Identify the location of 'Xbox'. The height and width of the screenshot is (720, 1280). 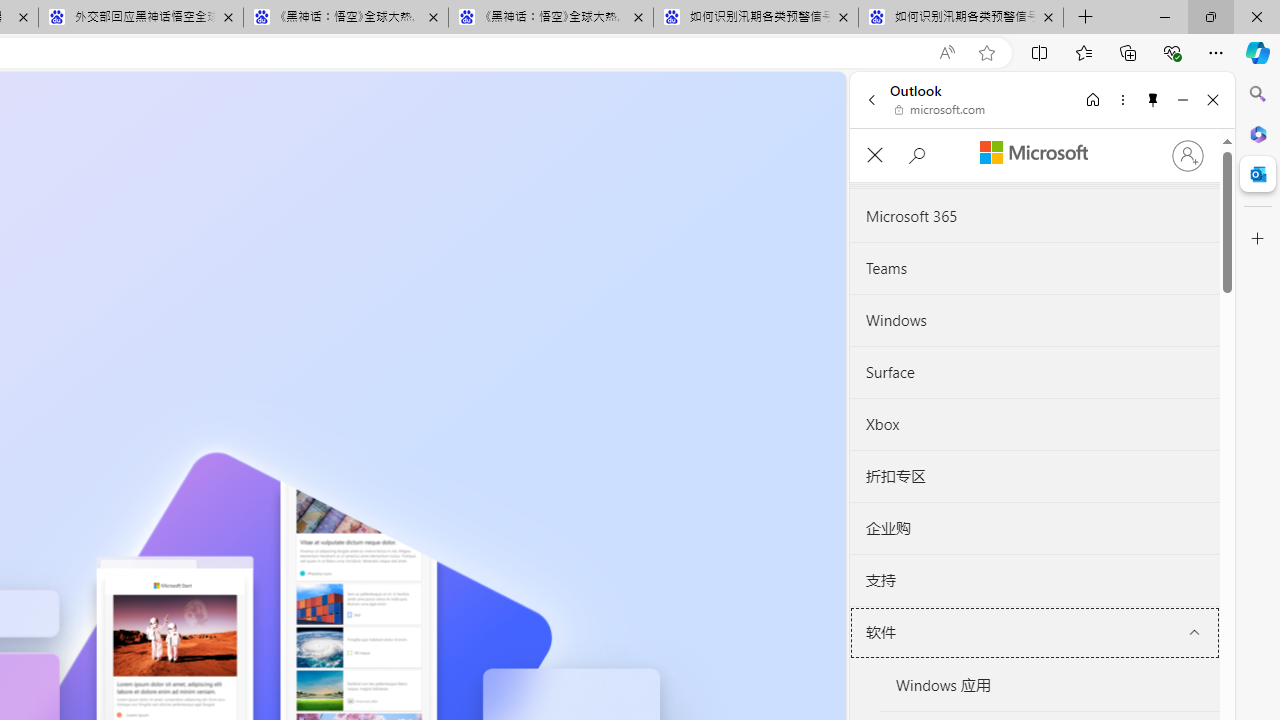
(1034, 423).